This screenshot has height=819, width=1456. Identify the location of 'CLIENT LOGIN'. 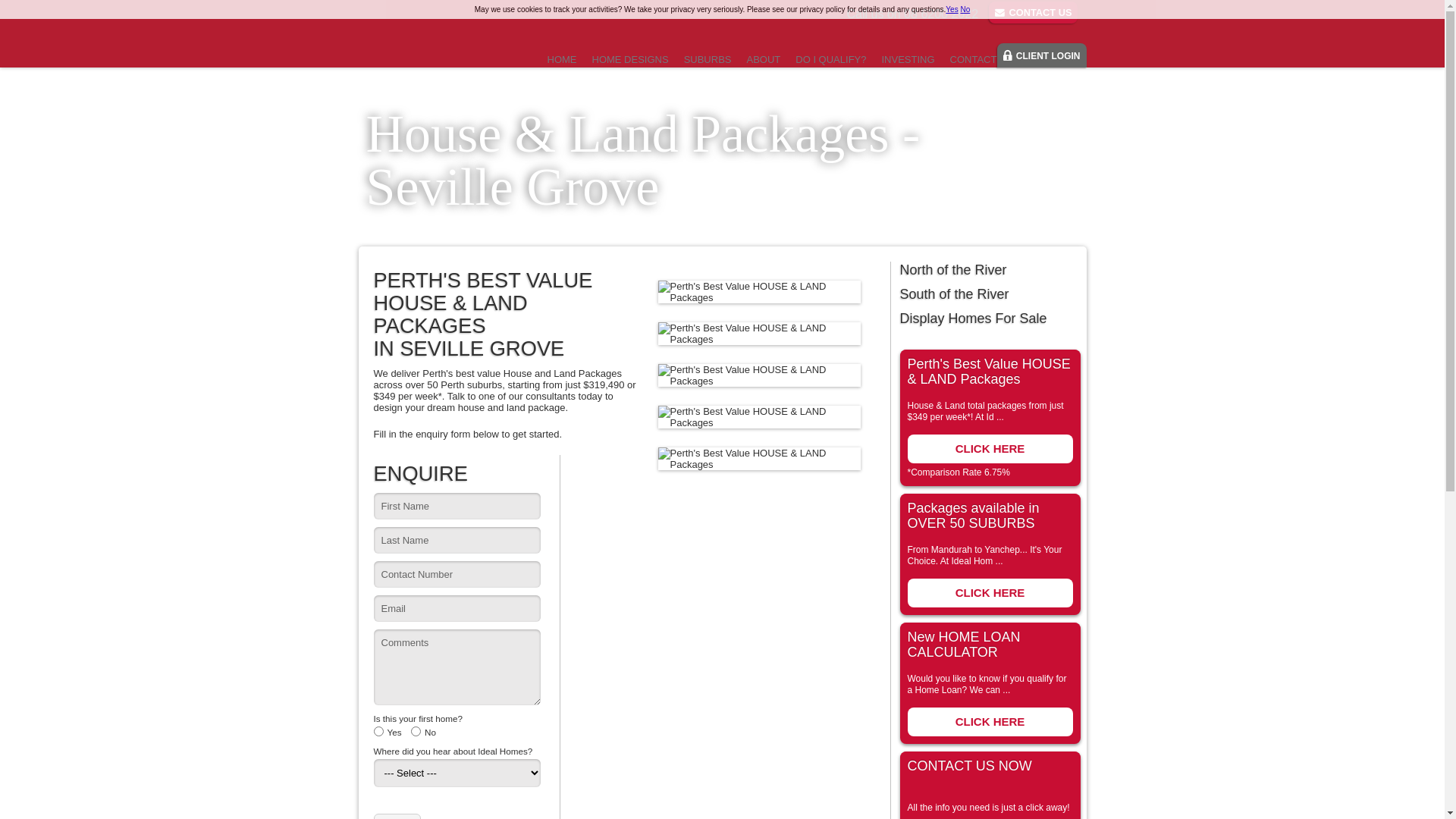
(1040, 55).